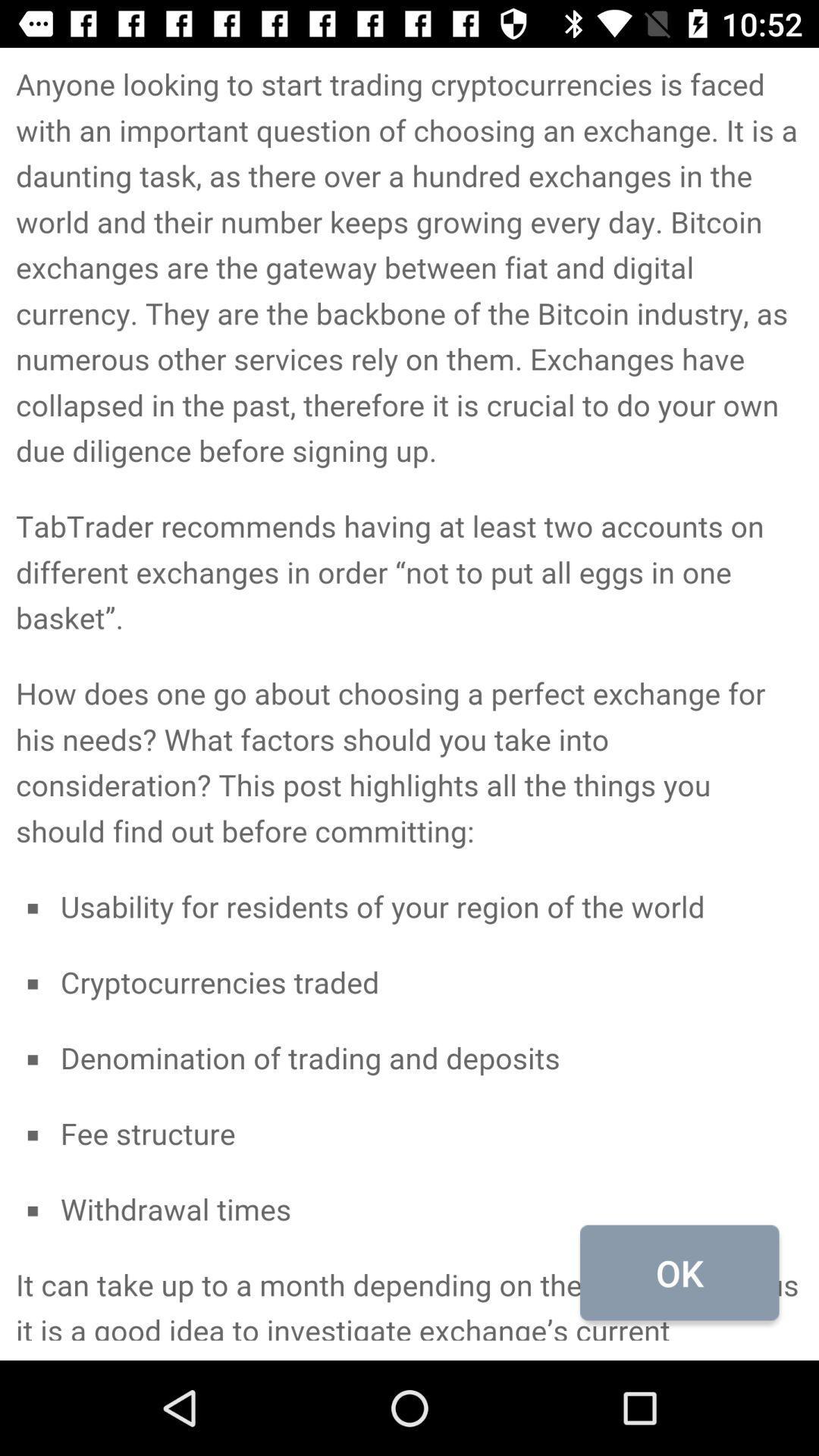  Describe the element at coordinates (679, 1272) in the screenshot. I see `ok icon` at that location.